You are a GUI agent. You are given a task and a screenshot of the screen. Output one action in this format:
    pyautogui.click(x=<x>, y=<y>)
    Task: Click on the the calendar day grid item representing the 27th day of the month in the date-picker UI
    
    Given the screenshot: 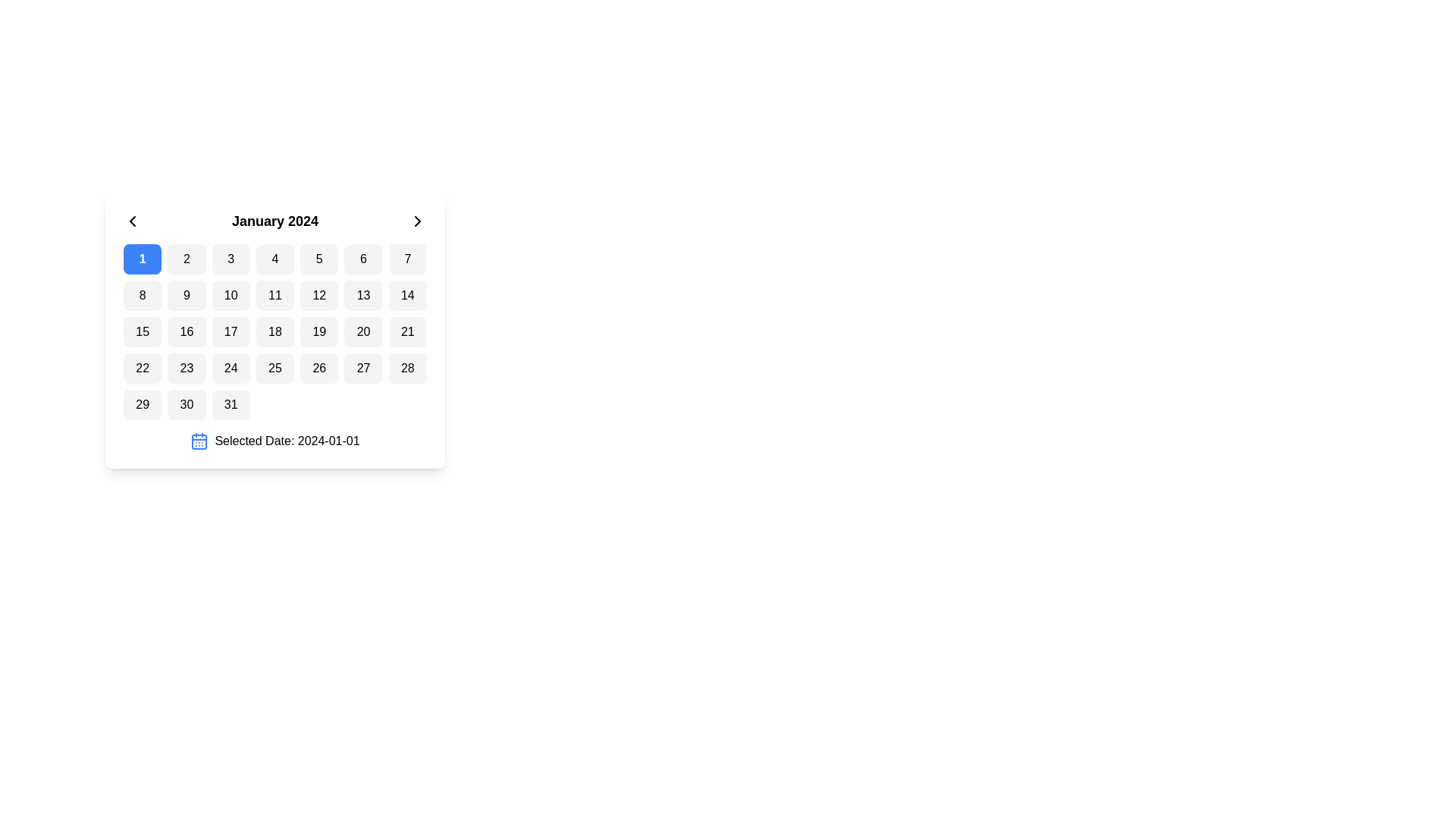 What is the action you would take?
    pyautogui.click(x=362, y=369)
    